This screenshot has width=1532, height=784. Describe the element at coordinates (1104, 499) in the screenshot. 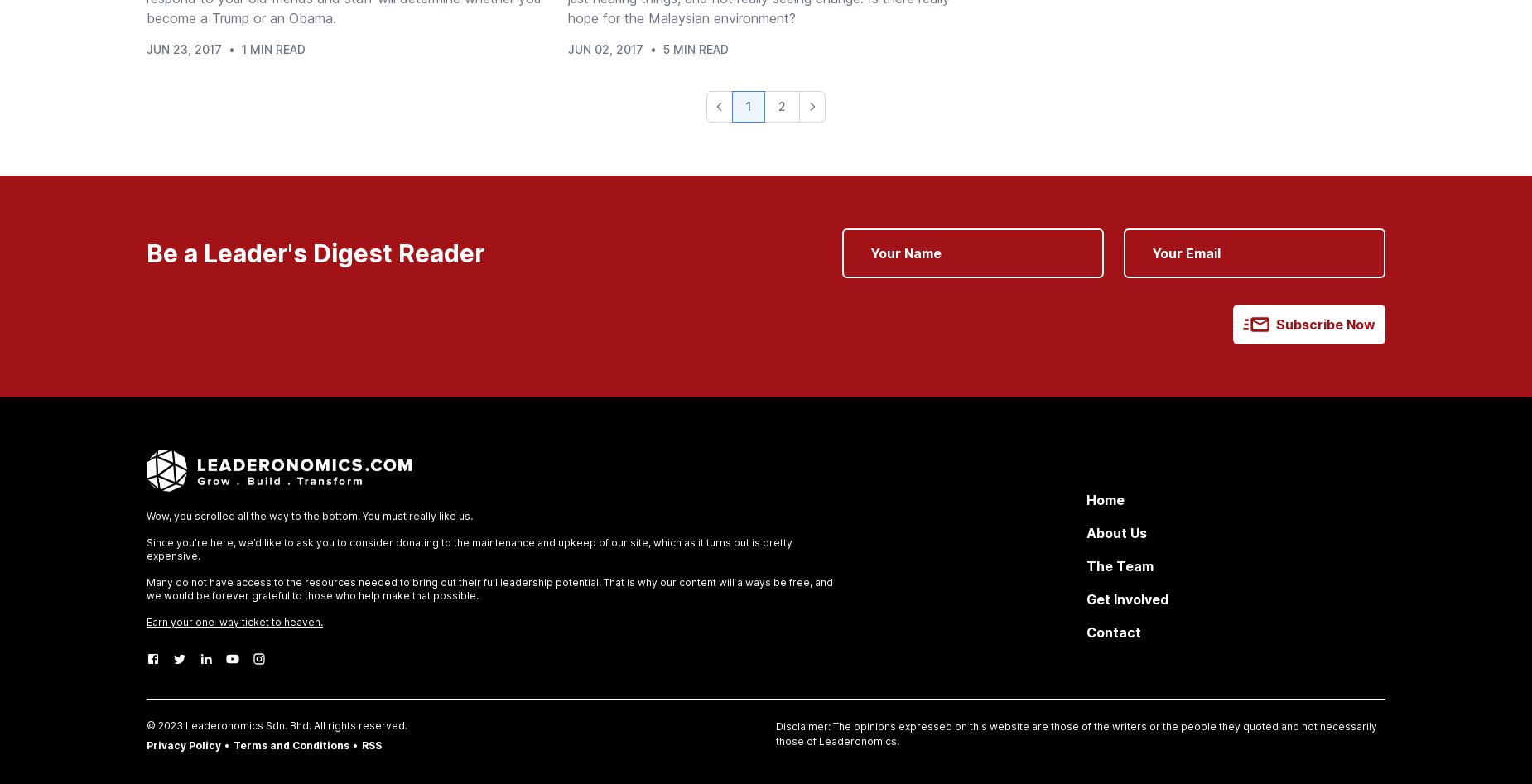

I see `'Home'` at that location.